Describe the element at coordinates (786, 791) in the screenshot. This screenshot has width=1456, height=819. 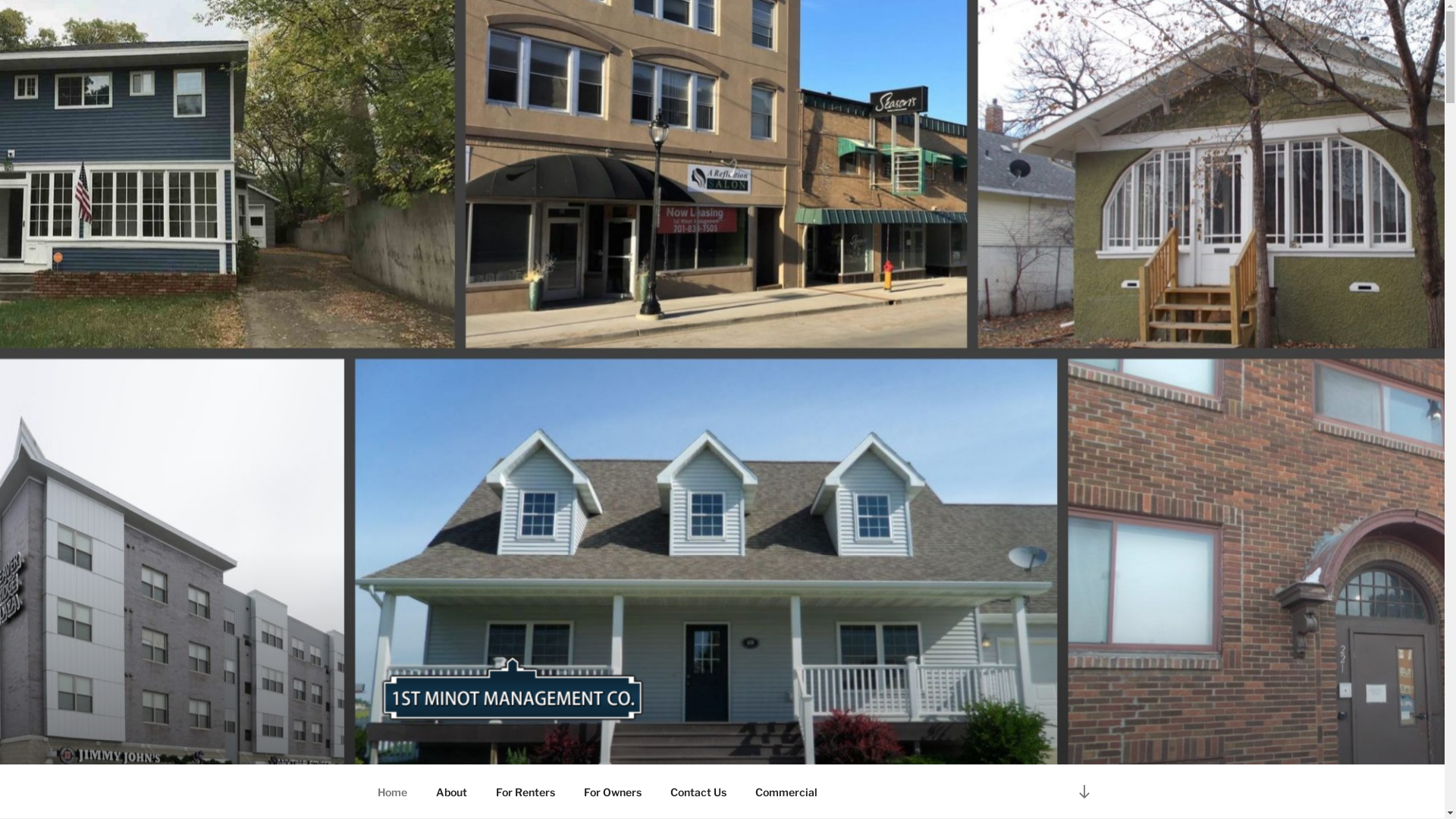
I see `'Commercial'` at that location.